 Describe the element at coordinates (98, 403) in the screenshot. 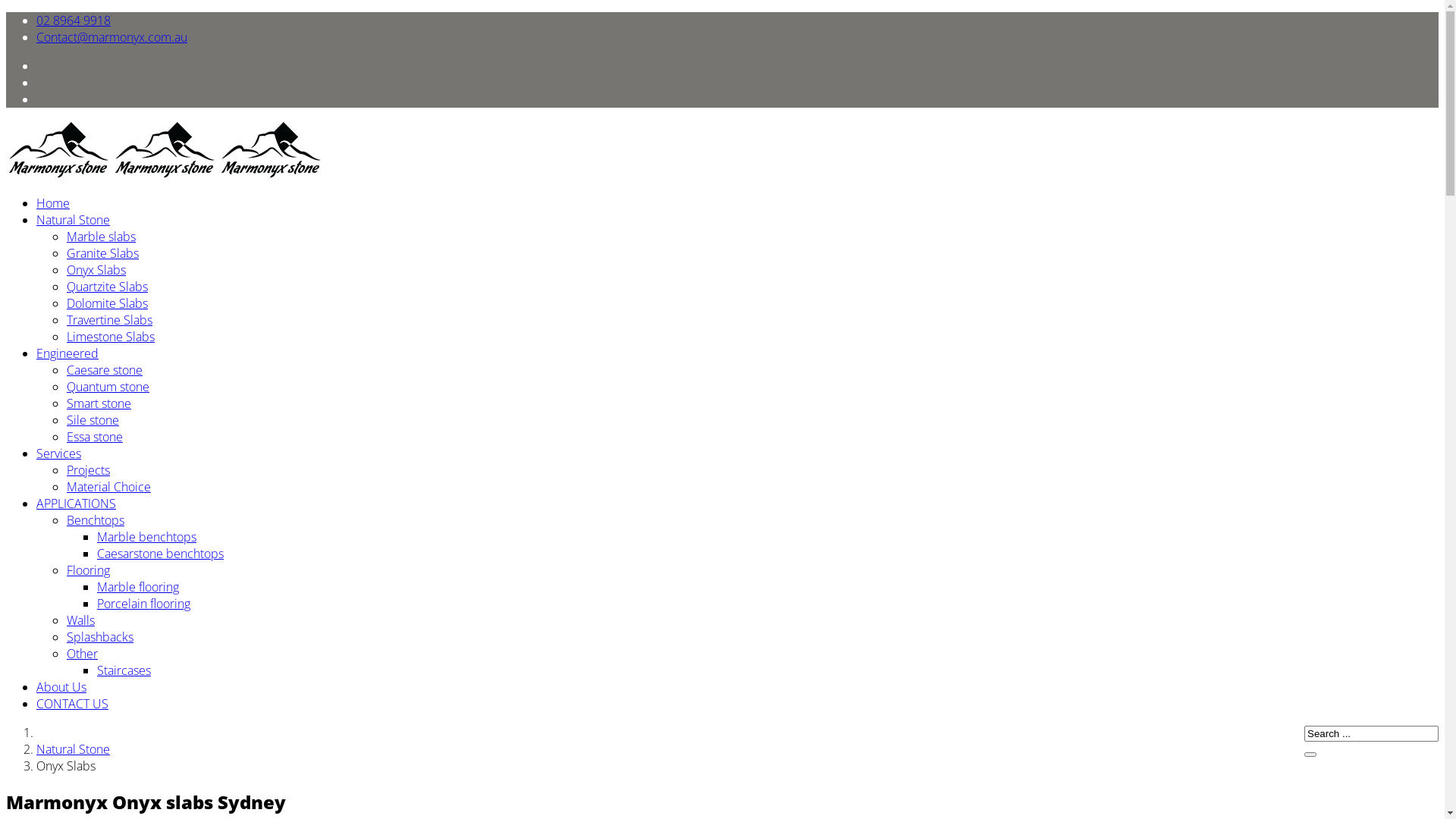

I see `'Smart stone'` at that location.